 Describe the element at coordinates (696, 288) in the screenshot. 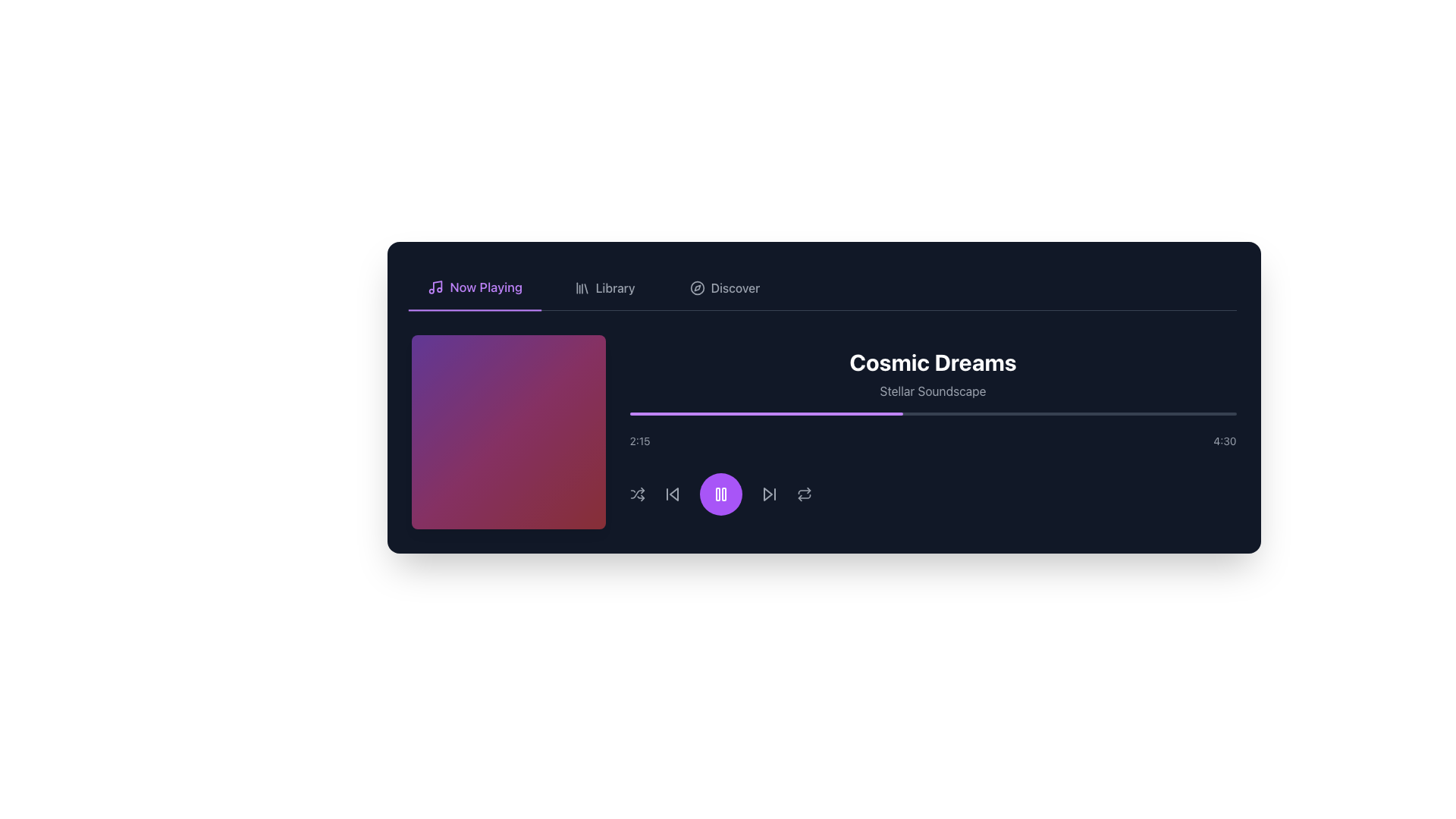

I see `the SVG Circle element that is part of the compass-like icon located in the top navigation bar, to the right of the 'Library' text, to interact with nearby features` at that location.